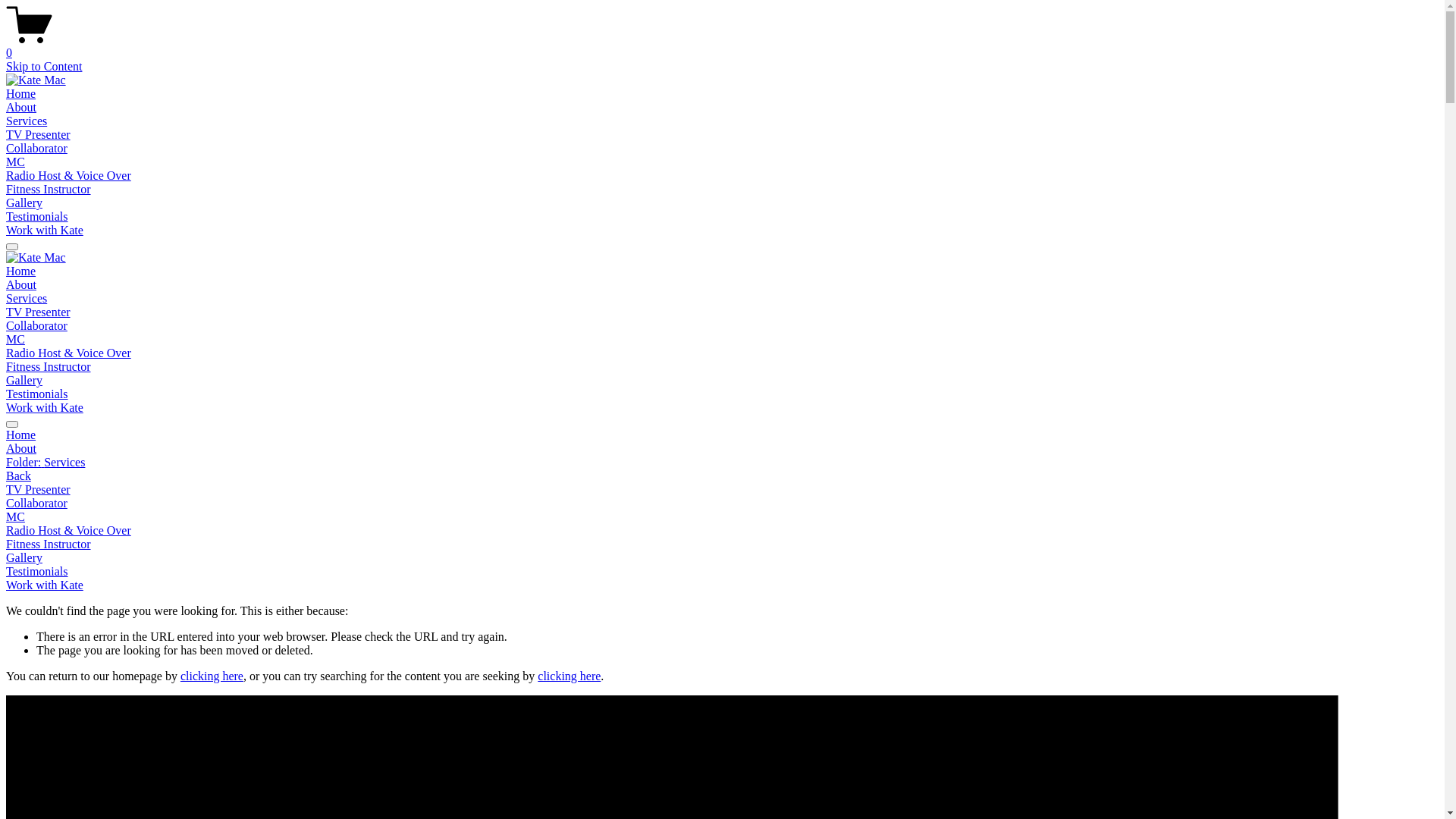 The height and width of the screenshot is (819, 1456). Describe the element at coordinates (36, 148) in the screenshot. I see `'Collaborator'` at that location.